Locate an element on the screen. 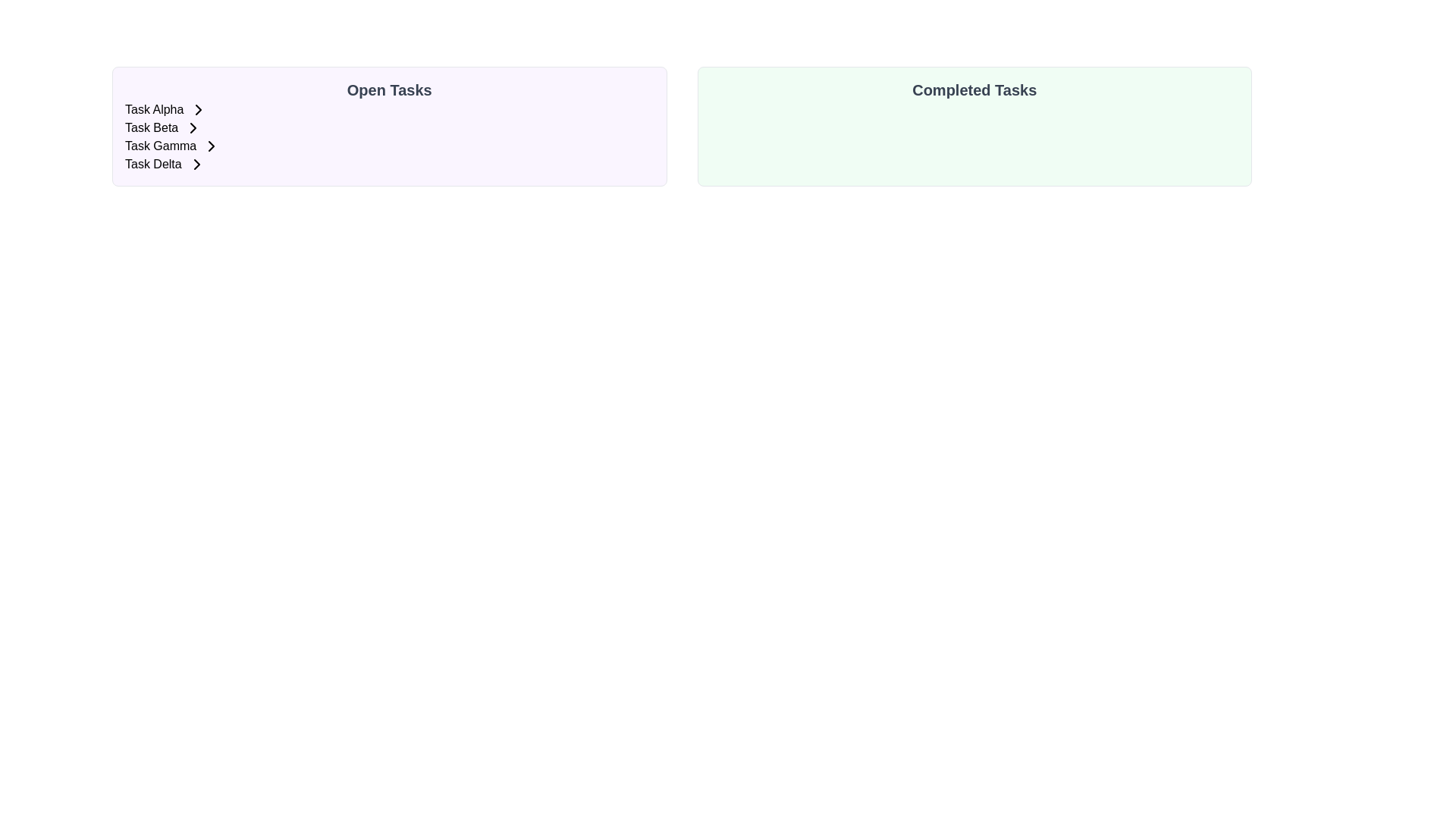  right-chevron button beside the task Task Alpha to move it to 'Completed Tasks' is located at coordinates (198, 109).